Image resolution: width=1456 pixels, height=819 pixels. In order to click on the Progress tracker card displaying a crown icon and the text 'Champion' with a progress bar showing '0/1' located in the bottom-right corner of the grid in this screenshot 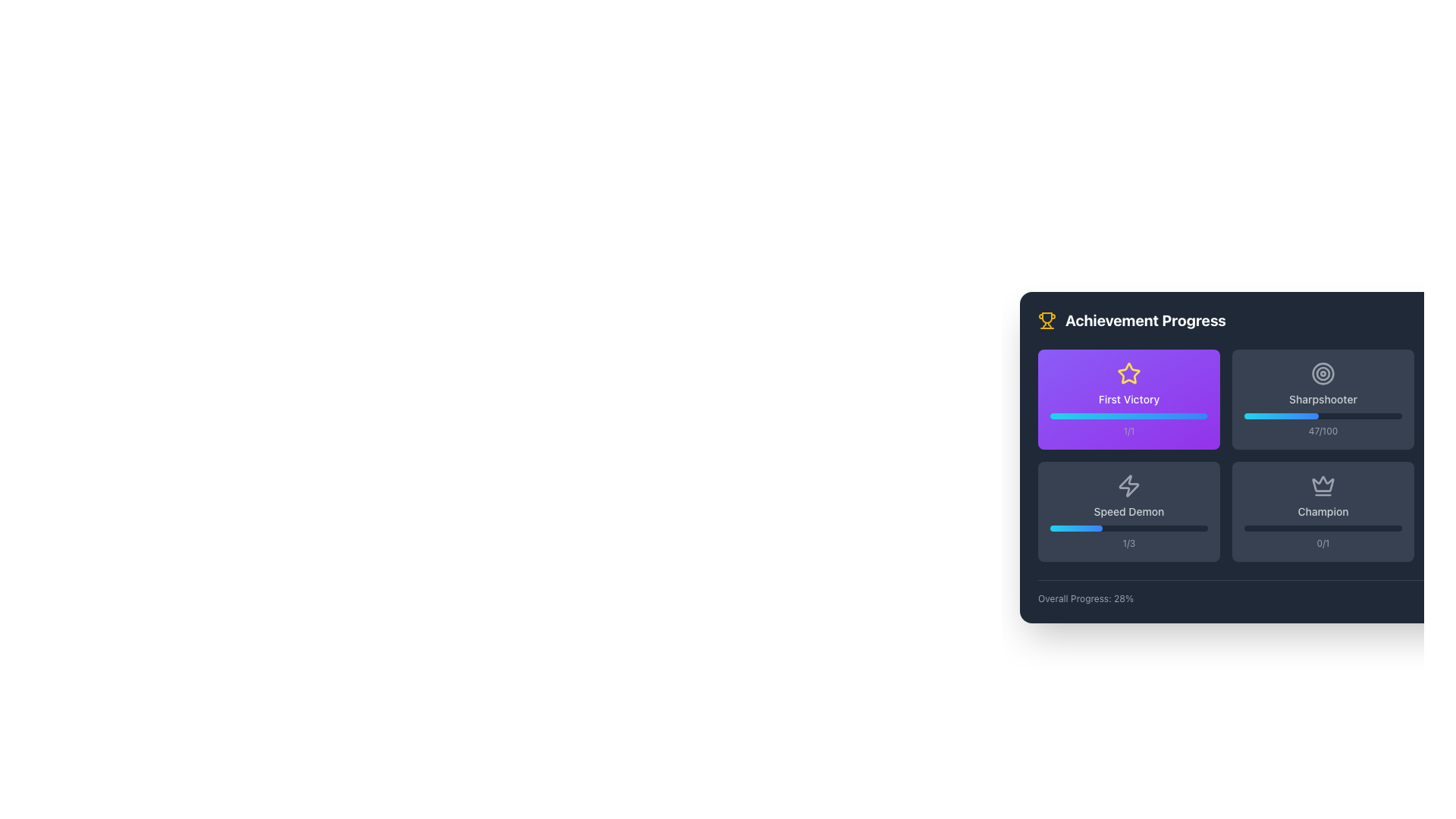, I will do `click(1323, 512)`.